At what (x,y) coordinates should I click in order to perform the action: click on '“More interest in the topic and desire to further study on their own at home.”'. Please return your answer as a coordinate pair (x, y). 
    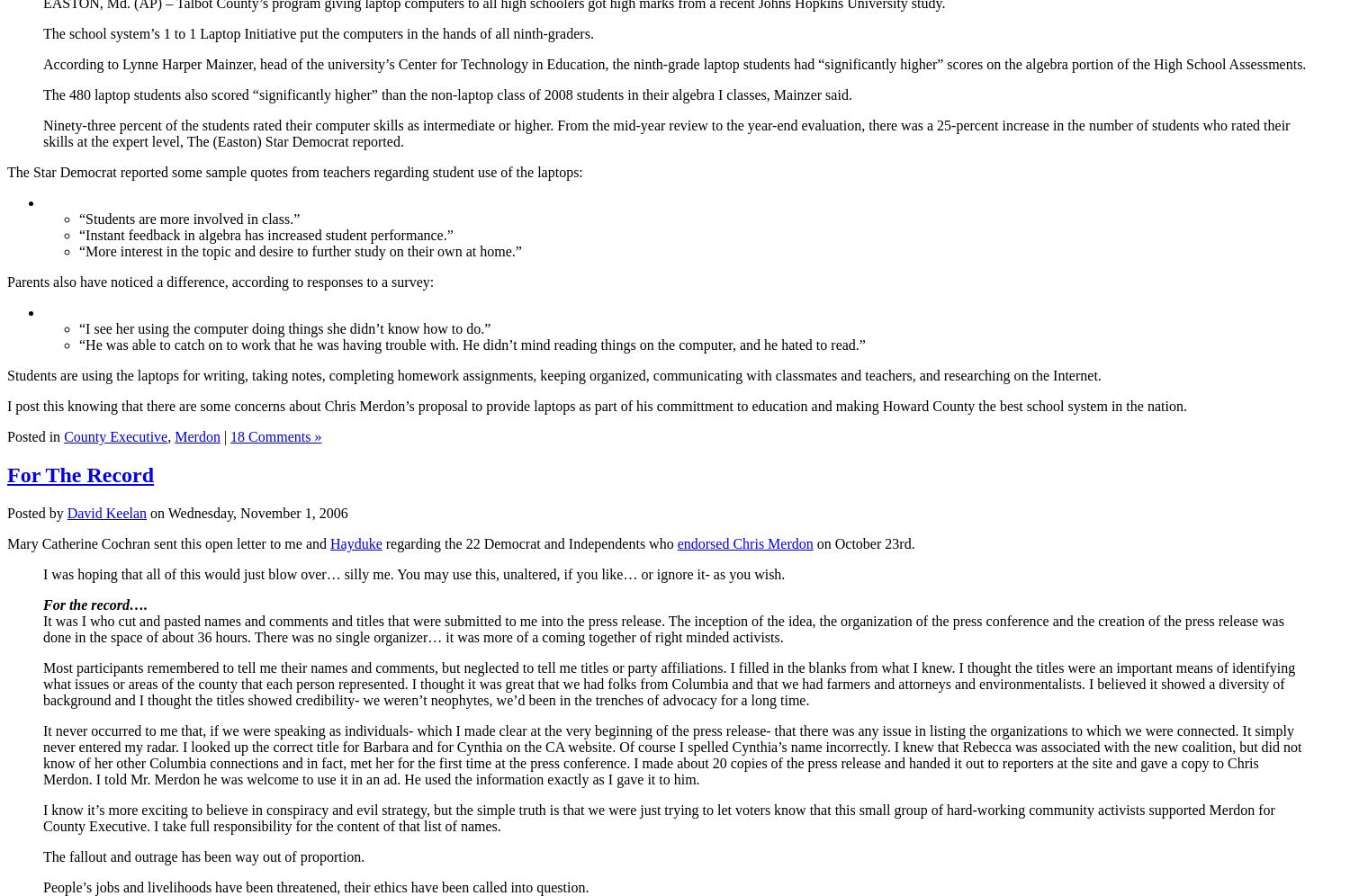
    Looking at the image, I should click on (299, 250).